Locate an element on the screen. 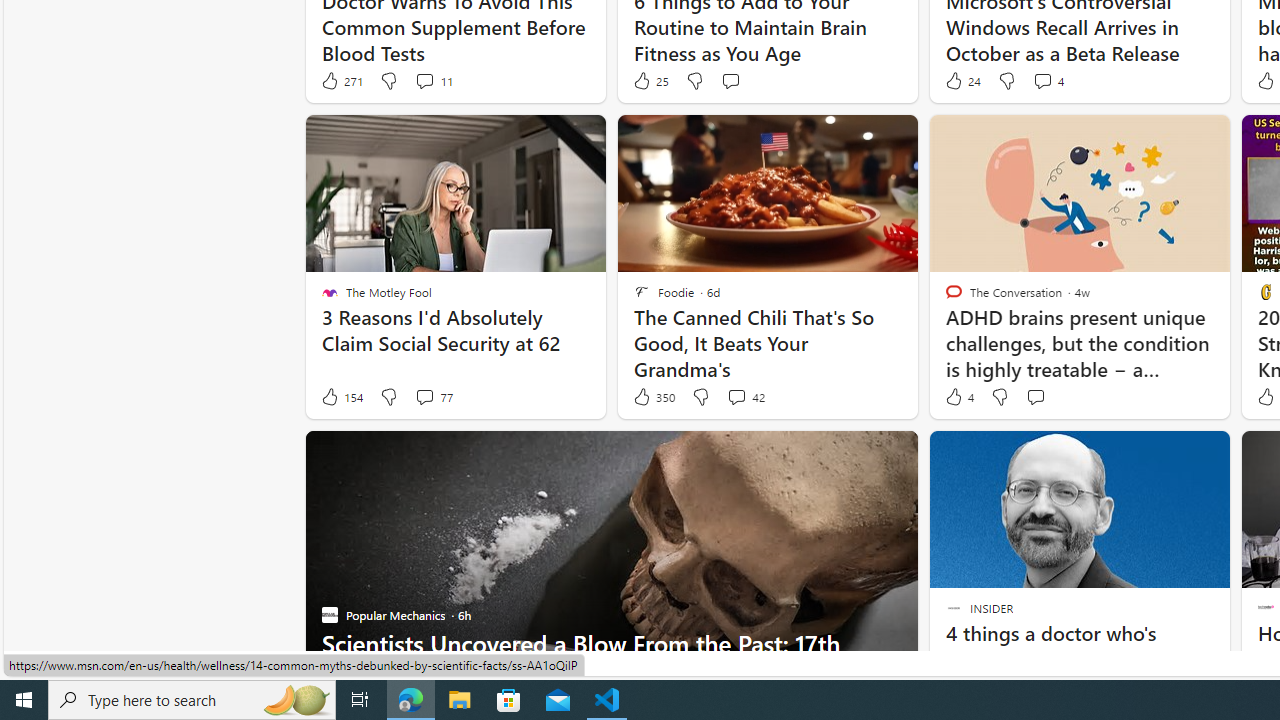  'View comments 11 Comment' is located at coordinates (432, 80).